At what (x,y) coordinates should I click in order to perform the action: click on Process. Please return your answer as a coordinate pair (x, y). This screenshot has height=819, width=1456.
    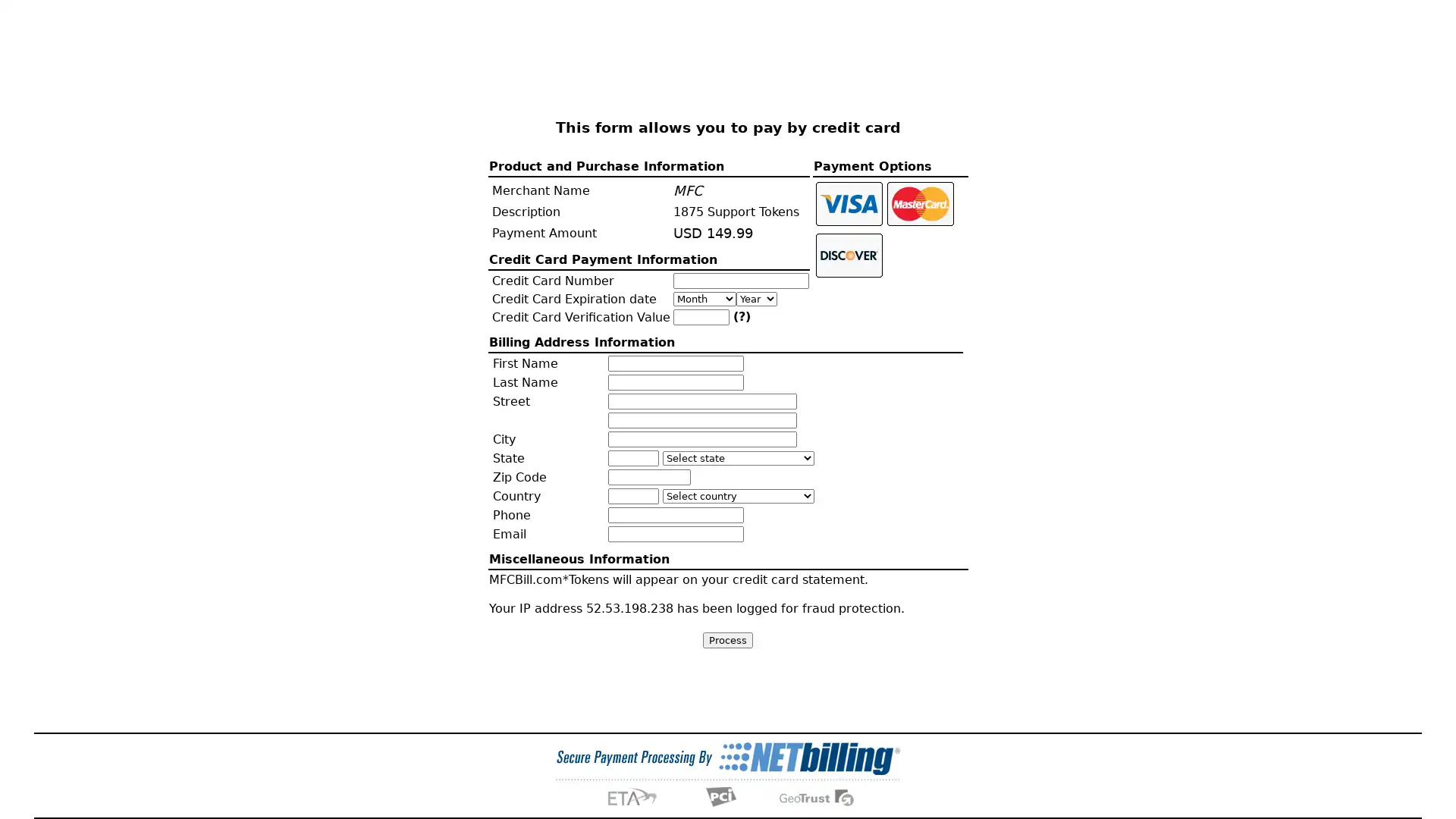
    Looking at the image, I should click on (728, 640).